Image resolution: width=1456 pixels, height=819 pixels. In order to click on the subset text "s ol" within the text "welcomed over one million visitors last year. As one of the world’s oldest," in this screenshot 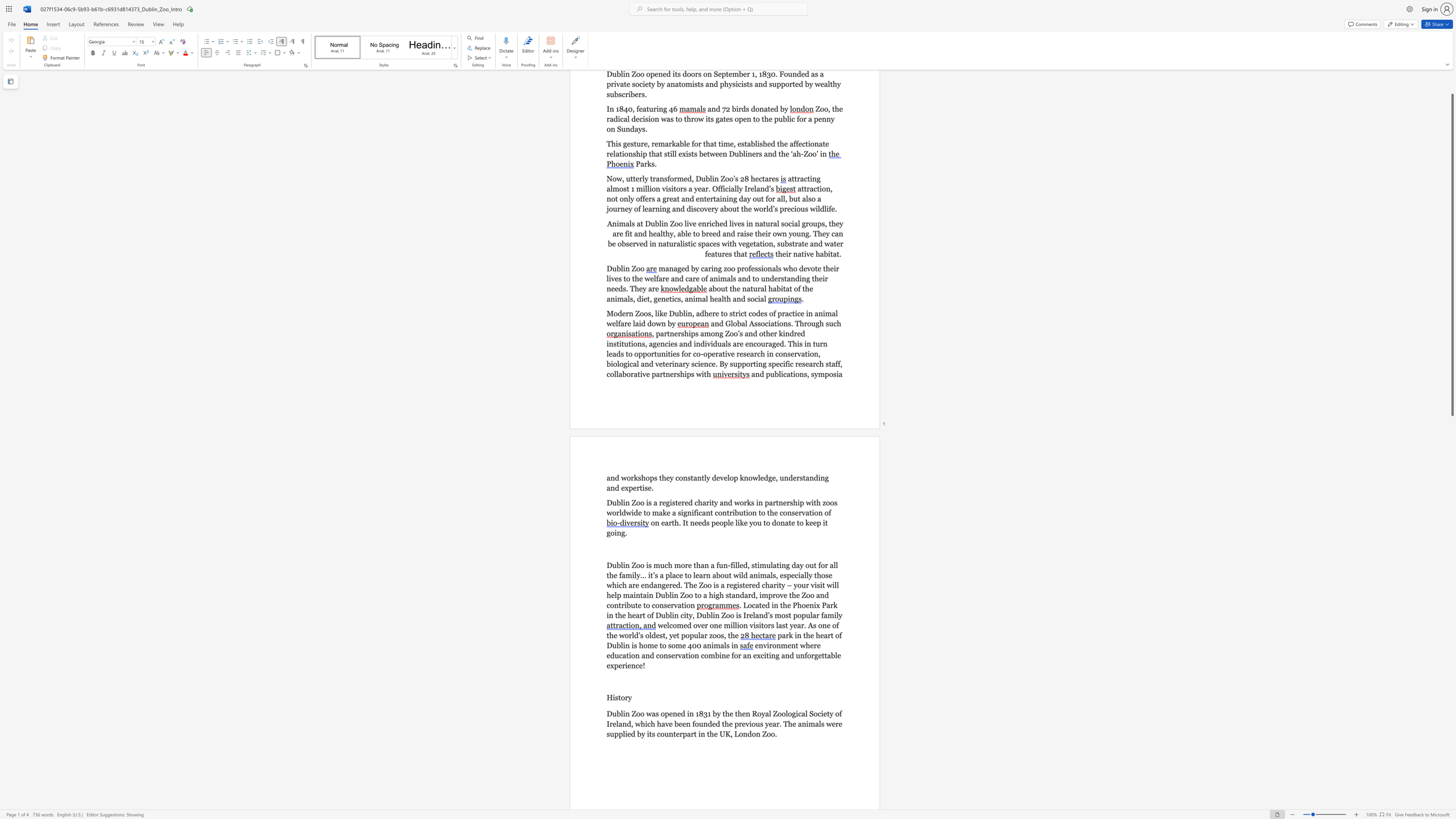, I will do `click(640, 635)`.